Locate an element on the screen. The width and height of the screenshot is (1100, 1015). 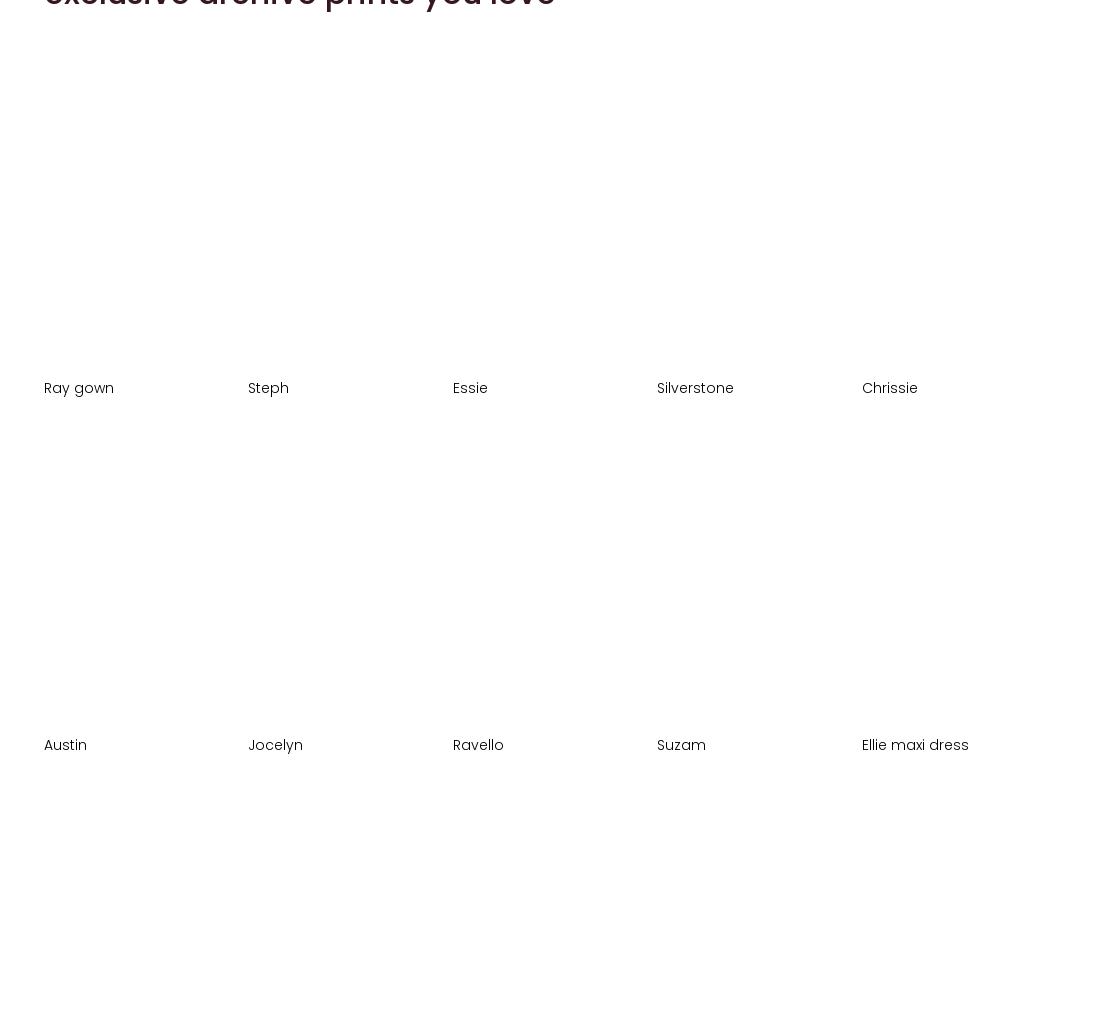
'Jocelyn' is located at coordinates (275, 742).